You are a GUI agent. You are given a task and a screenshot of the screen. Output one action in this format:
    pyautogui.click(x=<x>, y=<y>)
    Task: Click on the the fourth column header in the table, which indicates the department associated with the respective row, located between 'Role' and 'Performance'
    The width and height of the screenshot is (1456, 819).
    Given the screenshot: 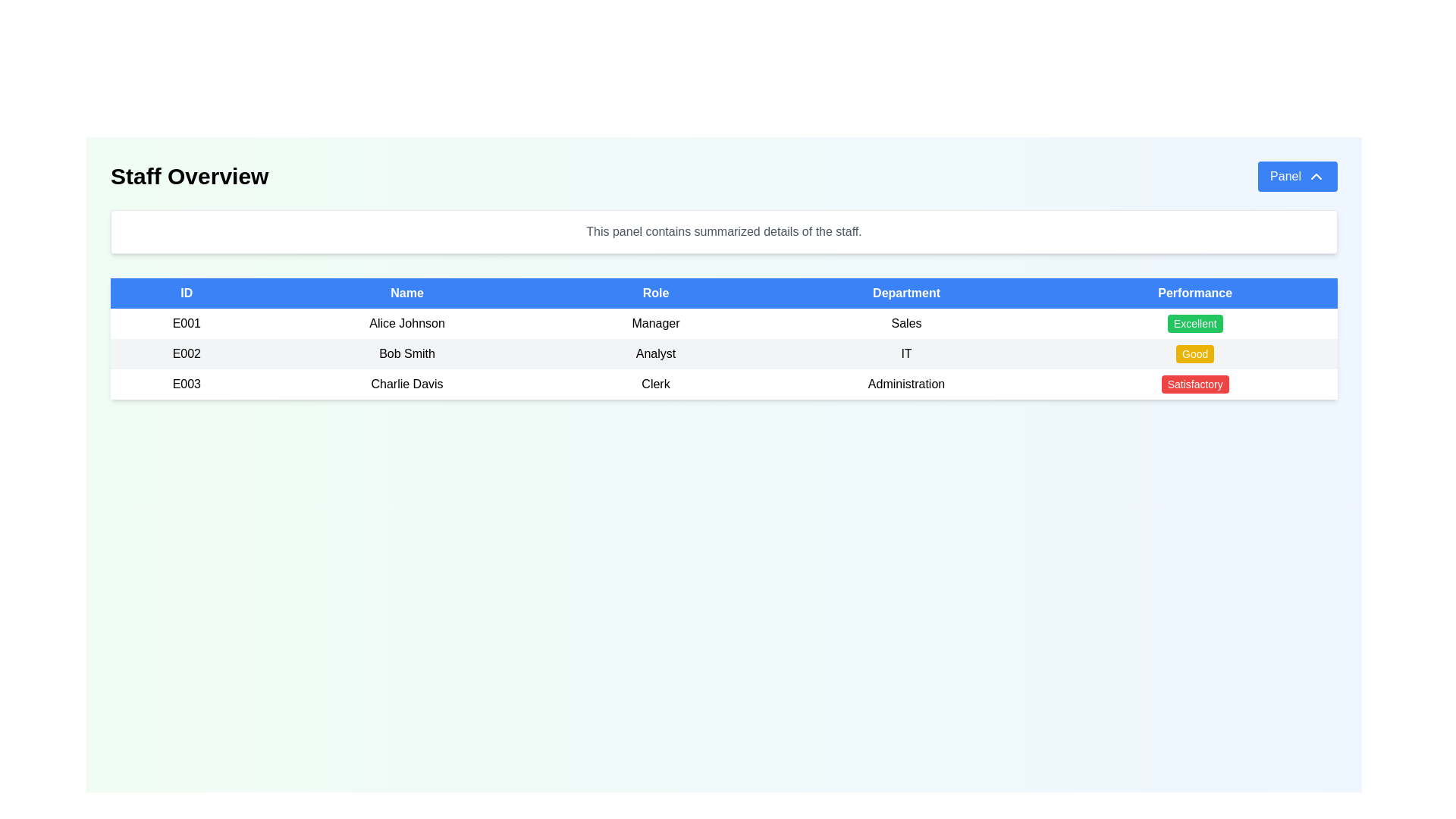 What is the action you would take?
    pyautogui.click(x=906, y=293)
    